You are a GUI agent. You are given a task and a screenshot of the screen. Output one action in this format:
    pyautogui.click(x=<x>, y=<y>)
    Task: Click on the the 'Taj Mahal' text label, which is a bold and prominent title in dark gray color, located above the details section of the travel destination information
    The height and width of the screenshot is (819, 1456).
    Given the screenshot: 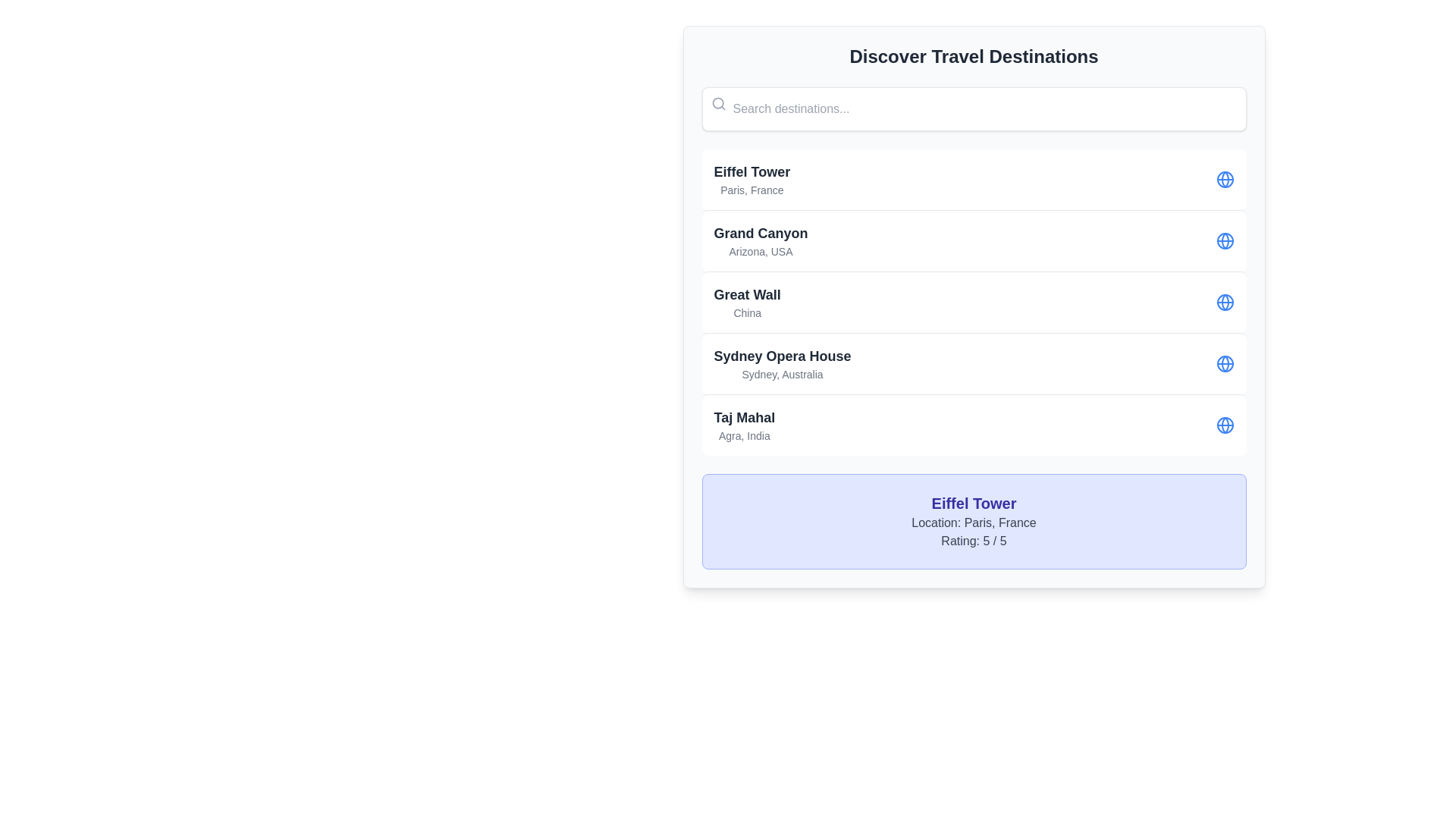 What is the action you would take?
    pyautogui.click(x=744, y=418)
    